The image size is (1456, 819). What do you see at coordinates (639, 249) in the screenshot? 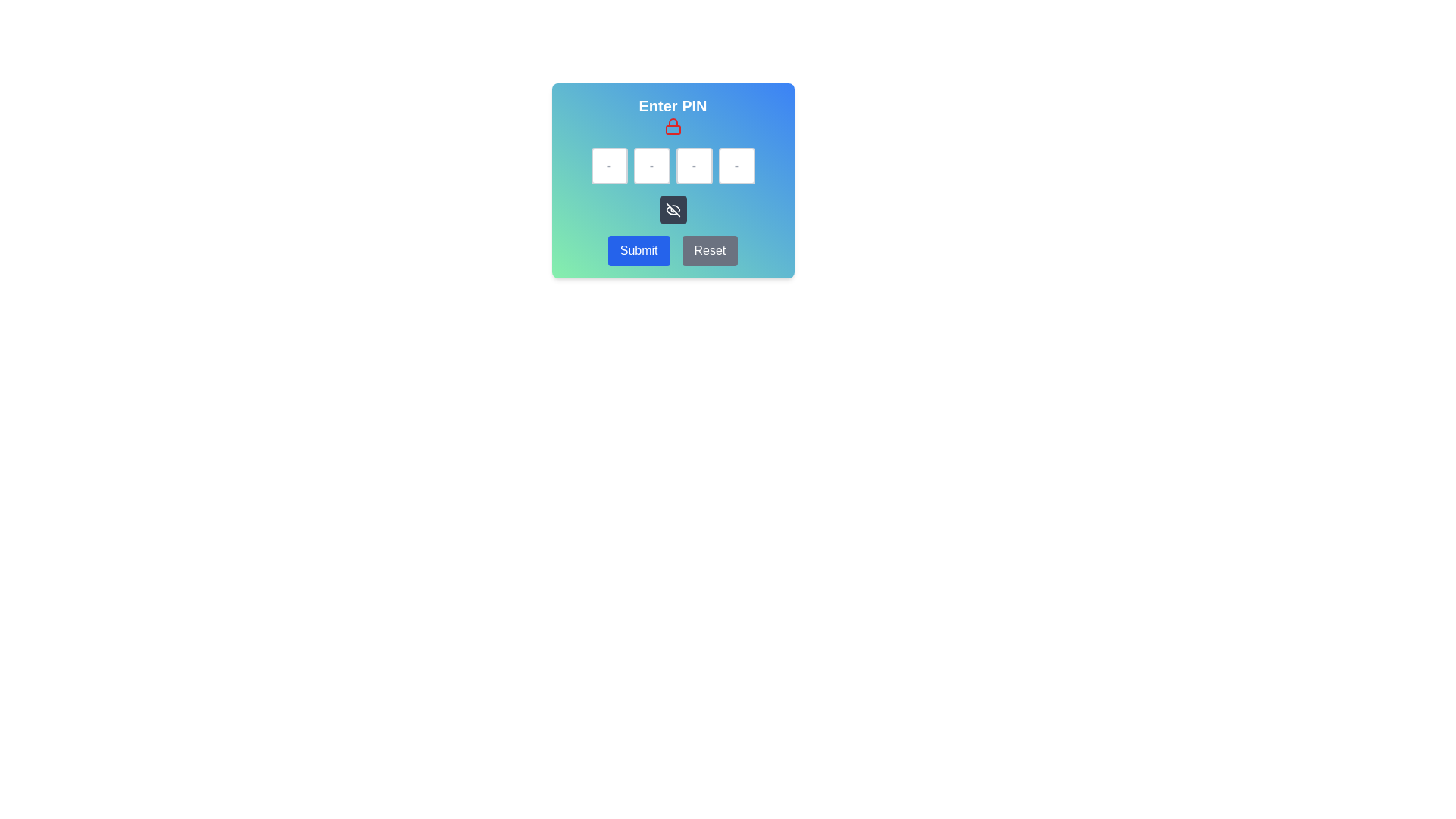
I see `the left submission button located below the PIN entry fields` at bounding box center [639, 249].